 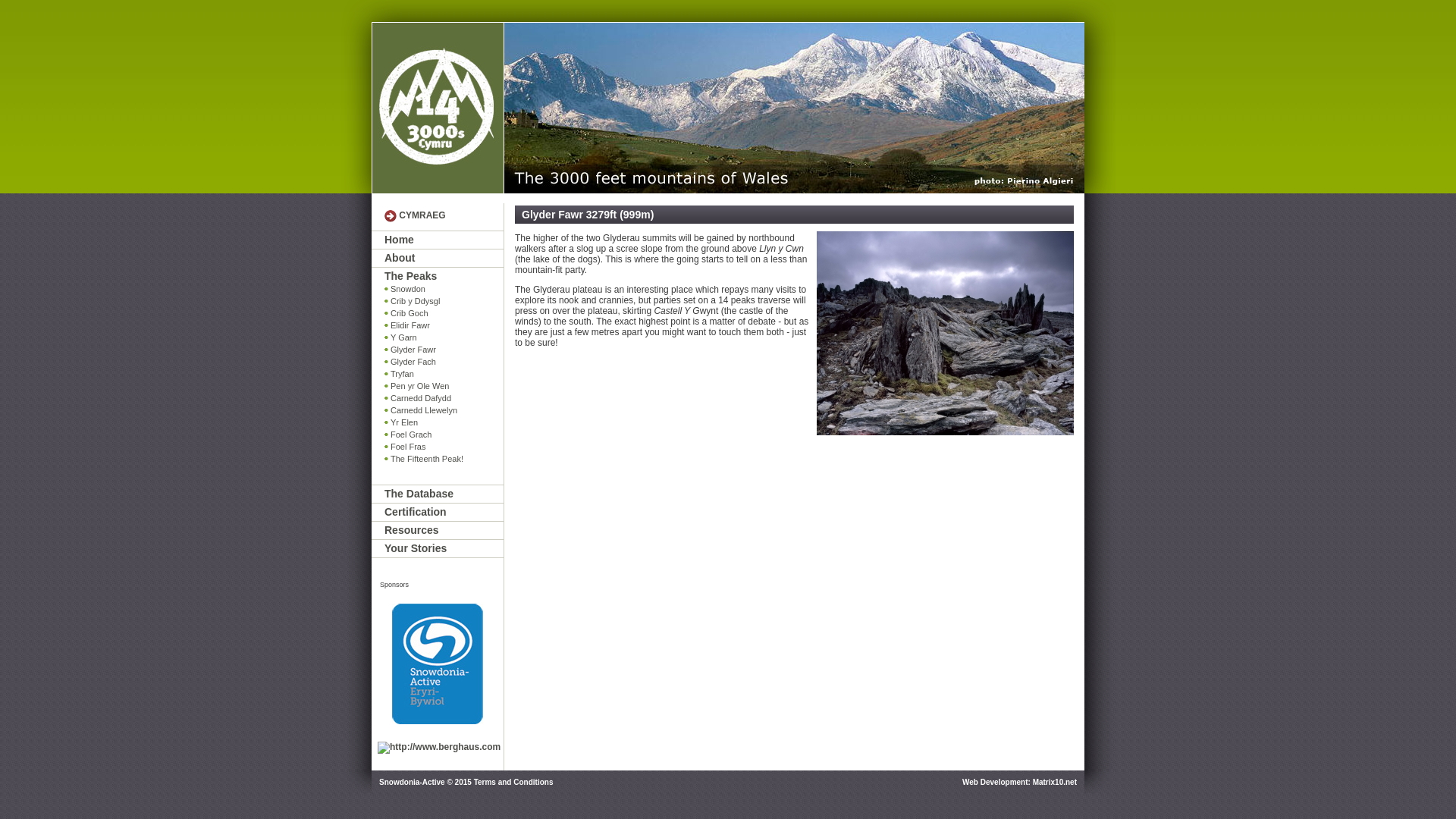 What do you see at coordinates (472, 782) in the screenshot?
I see `'Terms and Conditions'` at bounding box center [472, 782].